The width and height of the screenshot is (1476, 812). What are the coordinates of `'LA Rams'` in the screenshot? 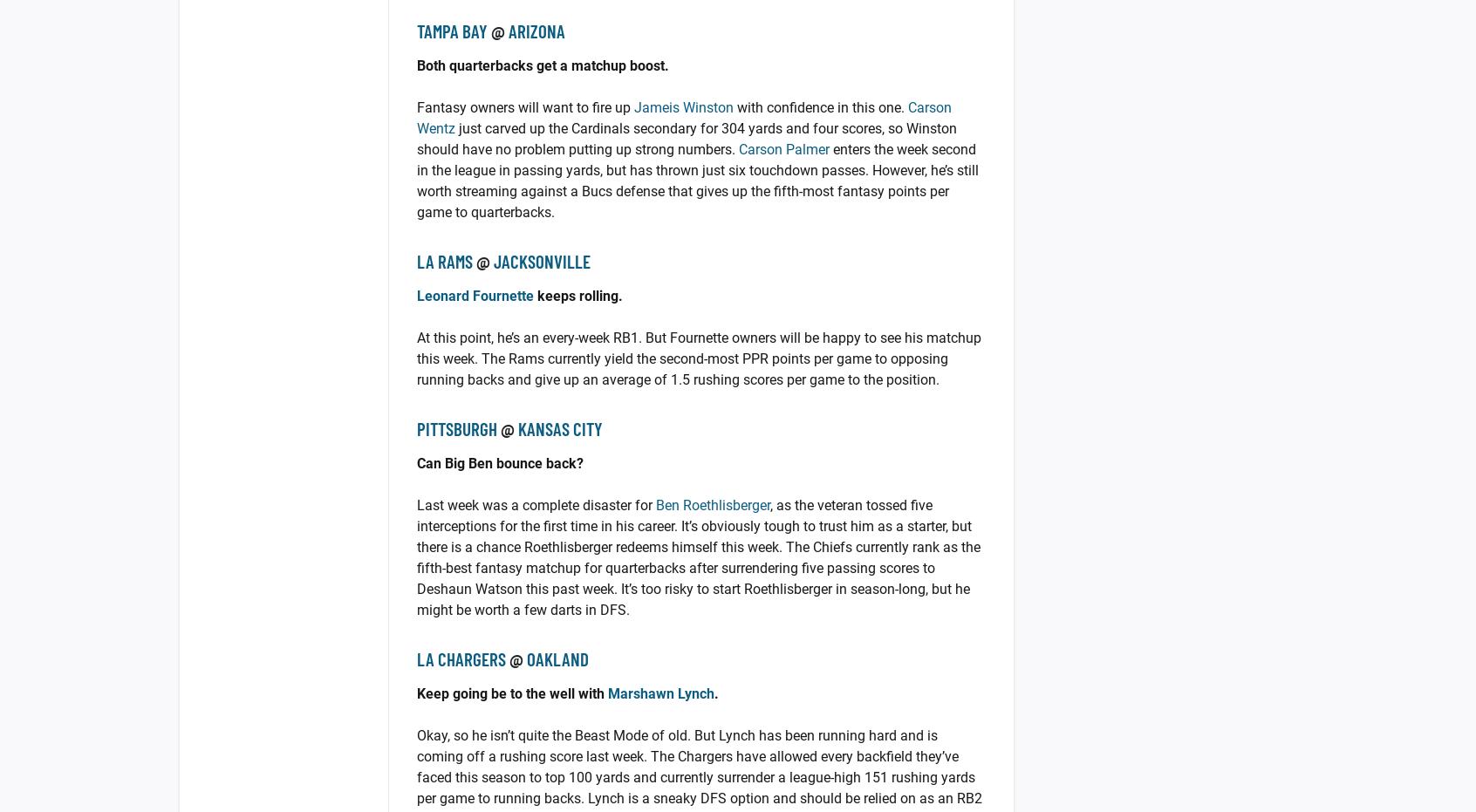 It's located at (415, 260).